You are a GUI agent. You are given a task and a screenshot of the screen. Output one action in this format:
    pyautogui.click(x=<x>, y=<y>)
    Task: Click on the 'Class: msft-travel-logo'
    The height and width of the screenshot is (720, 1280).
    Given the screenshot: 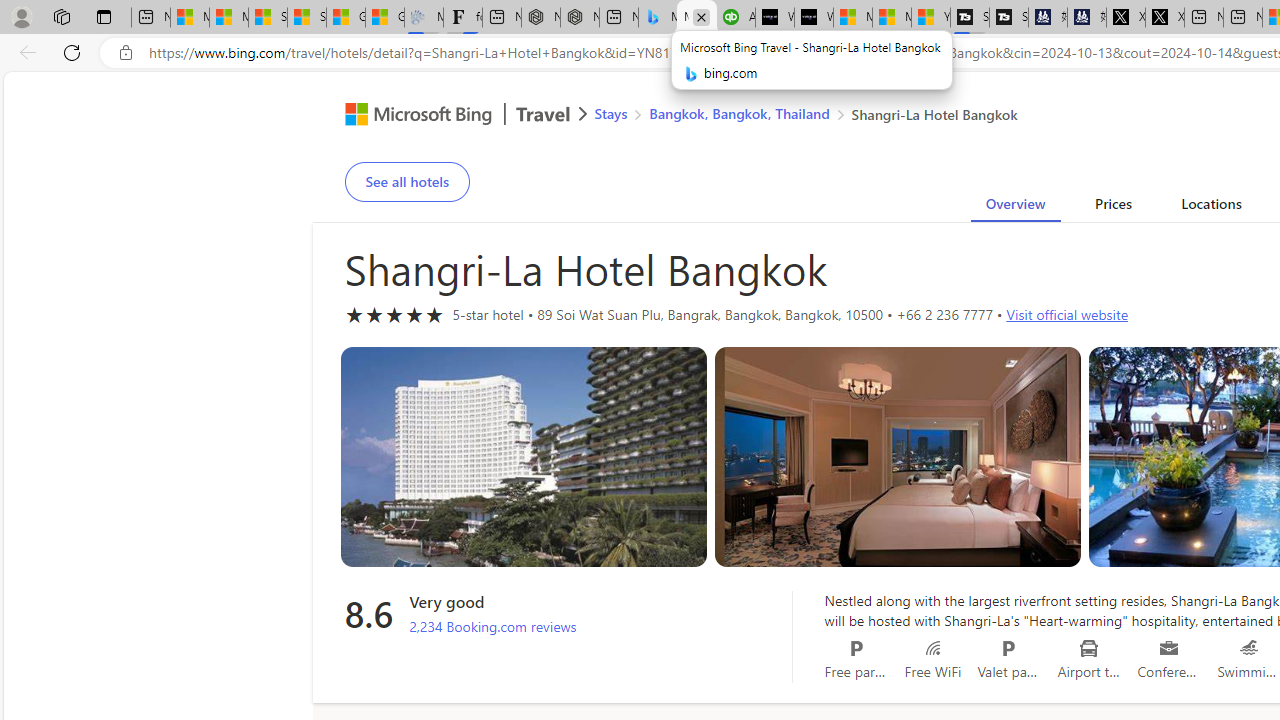 What is the action you would take?
    pyautogui.click(x=543, y=114)
    